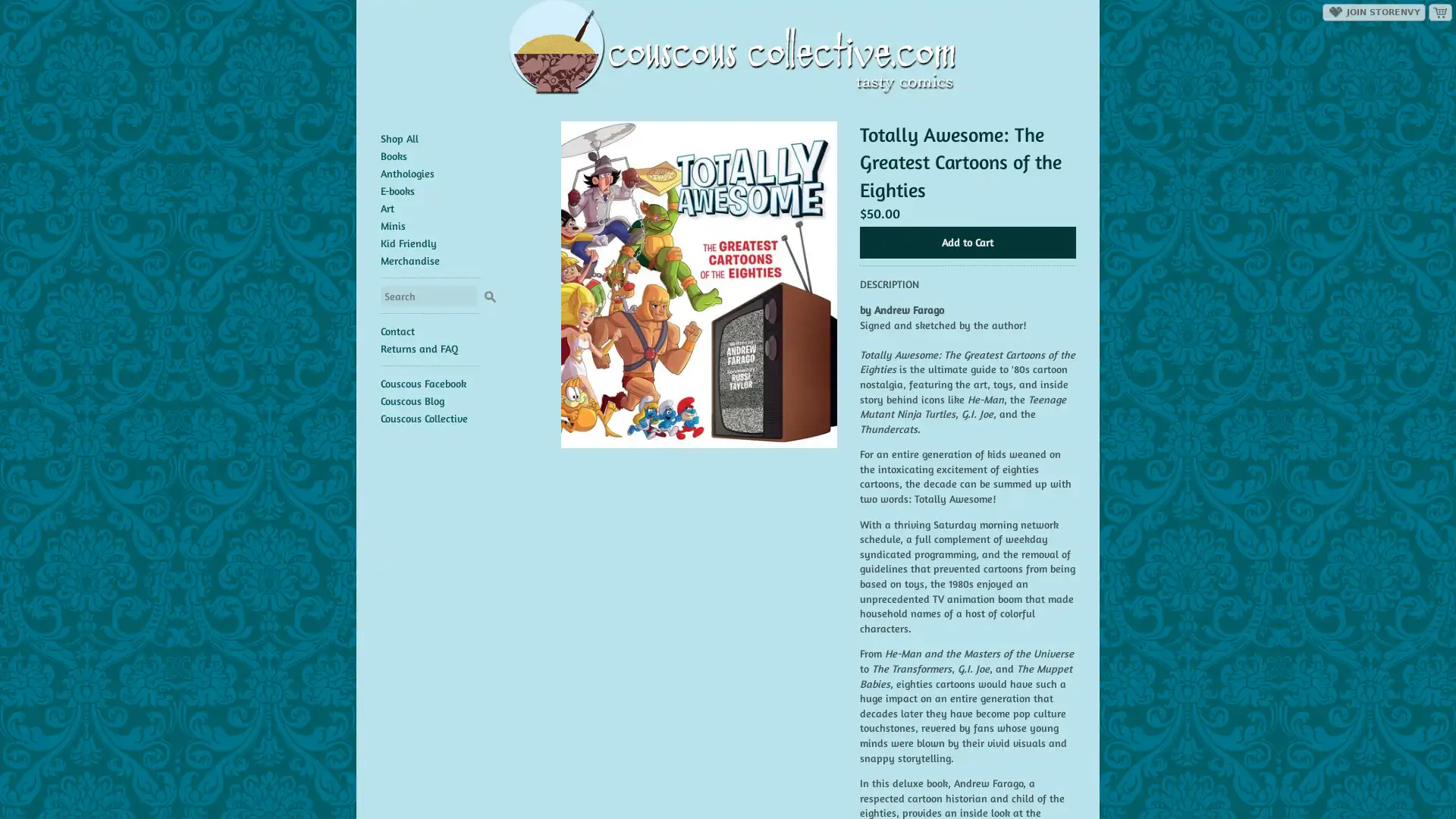 The image size is (1456, 819). I want to click on Search, so click(489, 294).